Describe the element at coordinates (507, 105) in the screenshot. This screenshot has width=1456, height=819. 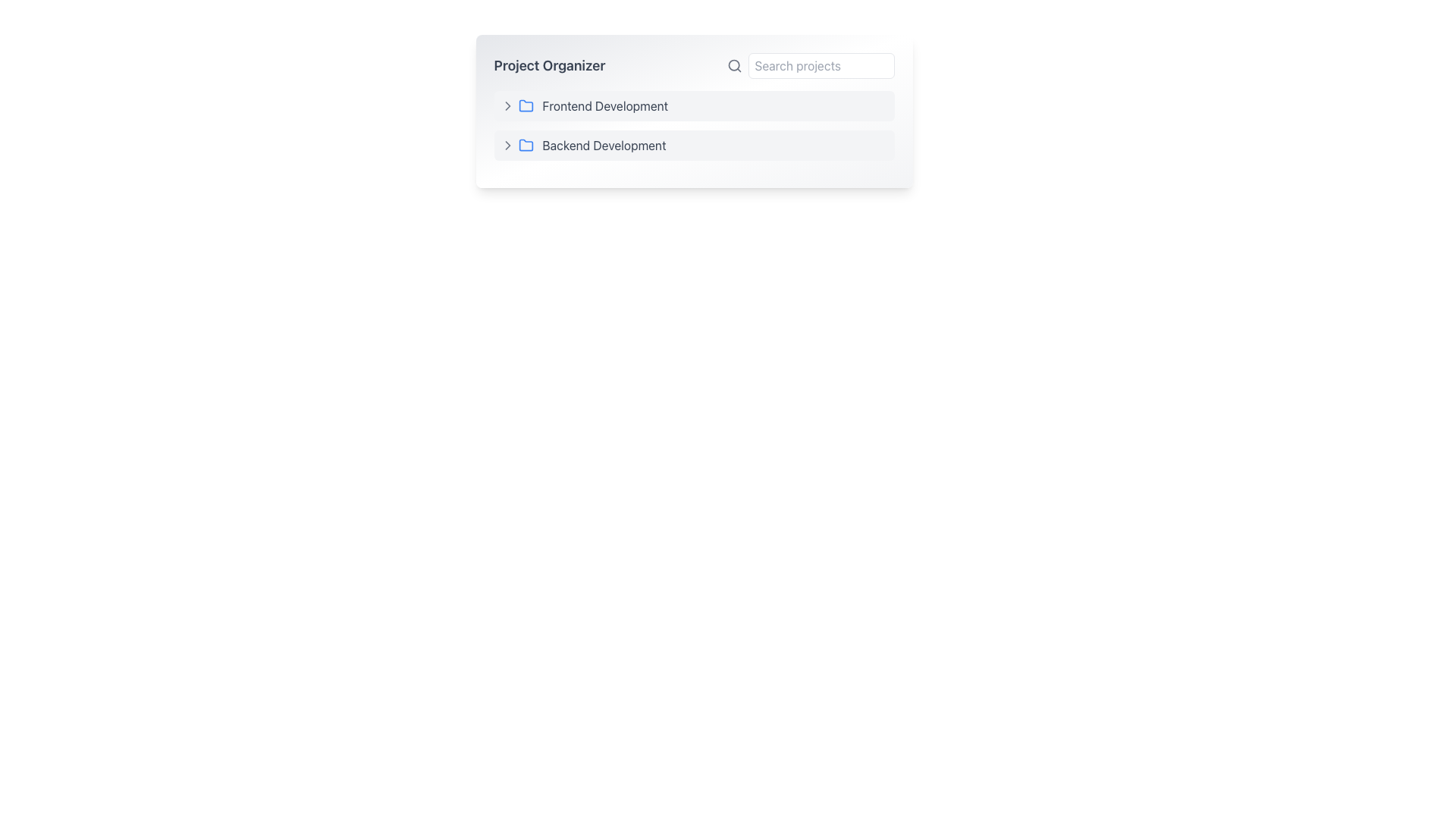
I see `the right-pointing chevron icon with a thin outline, located to the left of the 'Frontend Development' text` at that location.